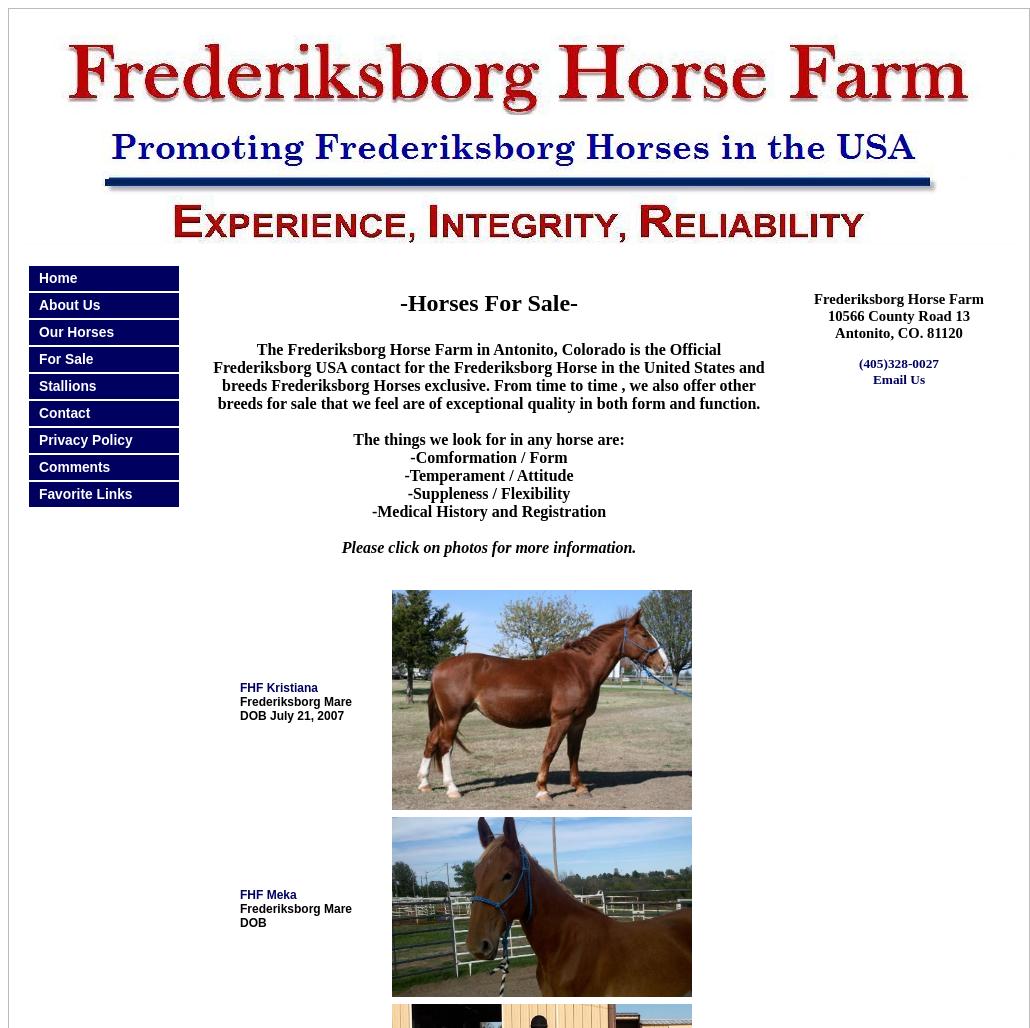 Image resolution: width=1030 pixels, height=1028 pixels. Describe the element at coordinates (340, 547) in the screenshot. I see `'Please click on photos for more information.'` at that location.